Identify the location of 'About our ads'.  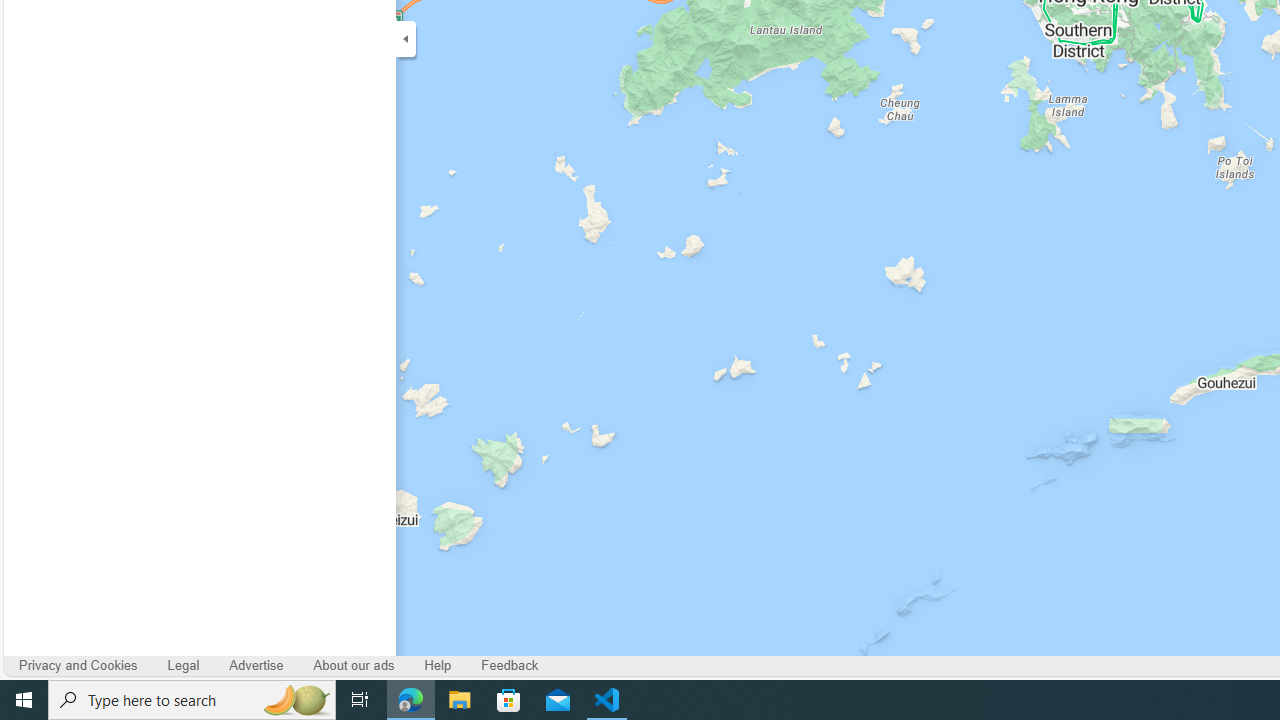
(354, 665).